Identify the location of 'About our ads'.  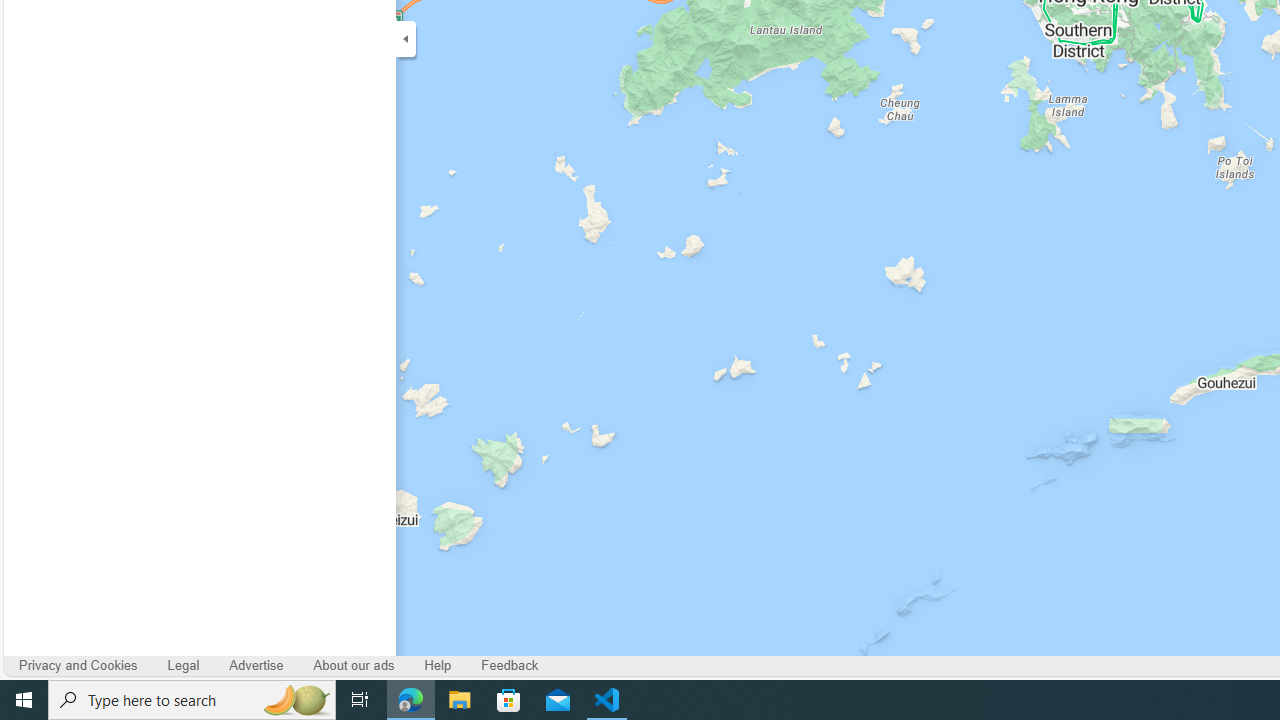
(354, 665).